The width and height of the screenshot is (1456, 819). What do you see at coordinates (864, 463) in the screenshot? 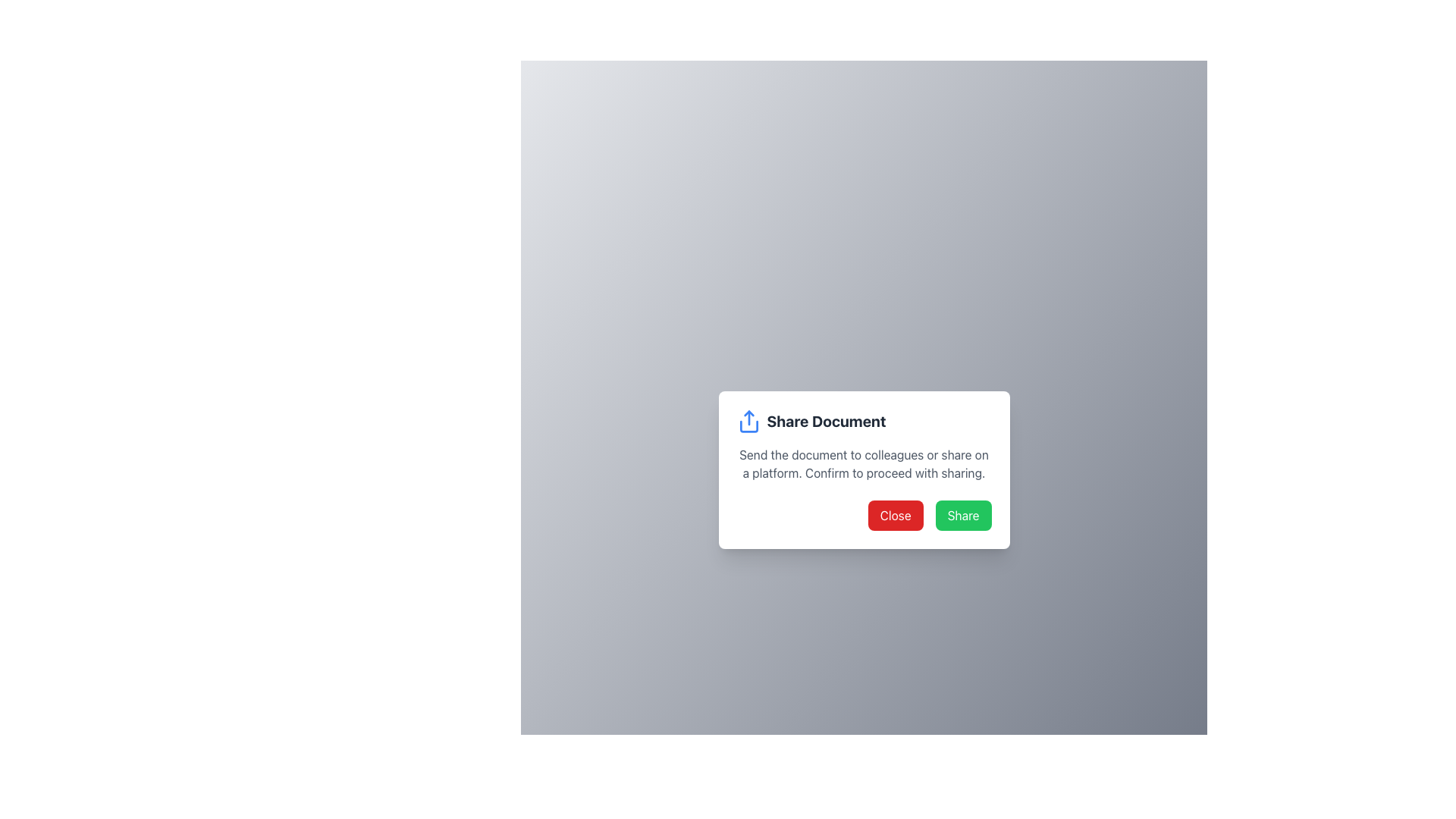
I see `text block located under the title 'Share Document', which contains the message: 'Send the document to colleagues or share on a platform. Confirm to proceed with sharing.'` at bounding box center [864, 463].